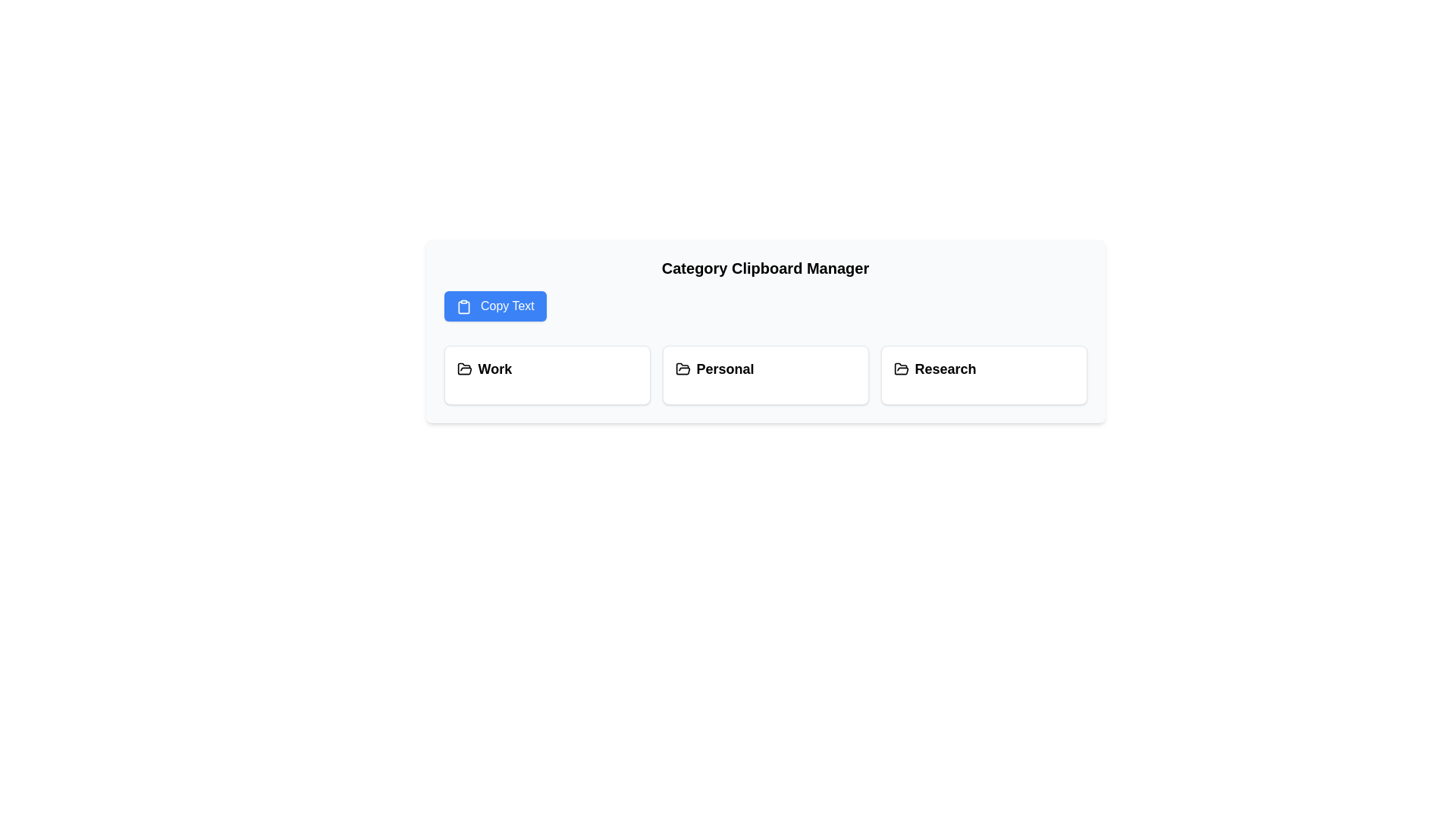 This screenshot has height=819, width=1456. Describe the element at coordinates (724, 369) in the screenshot. I see `the bold text label reading 'Personal'` at that location.